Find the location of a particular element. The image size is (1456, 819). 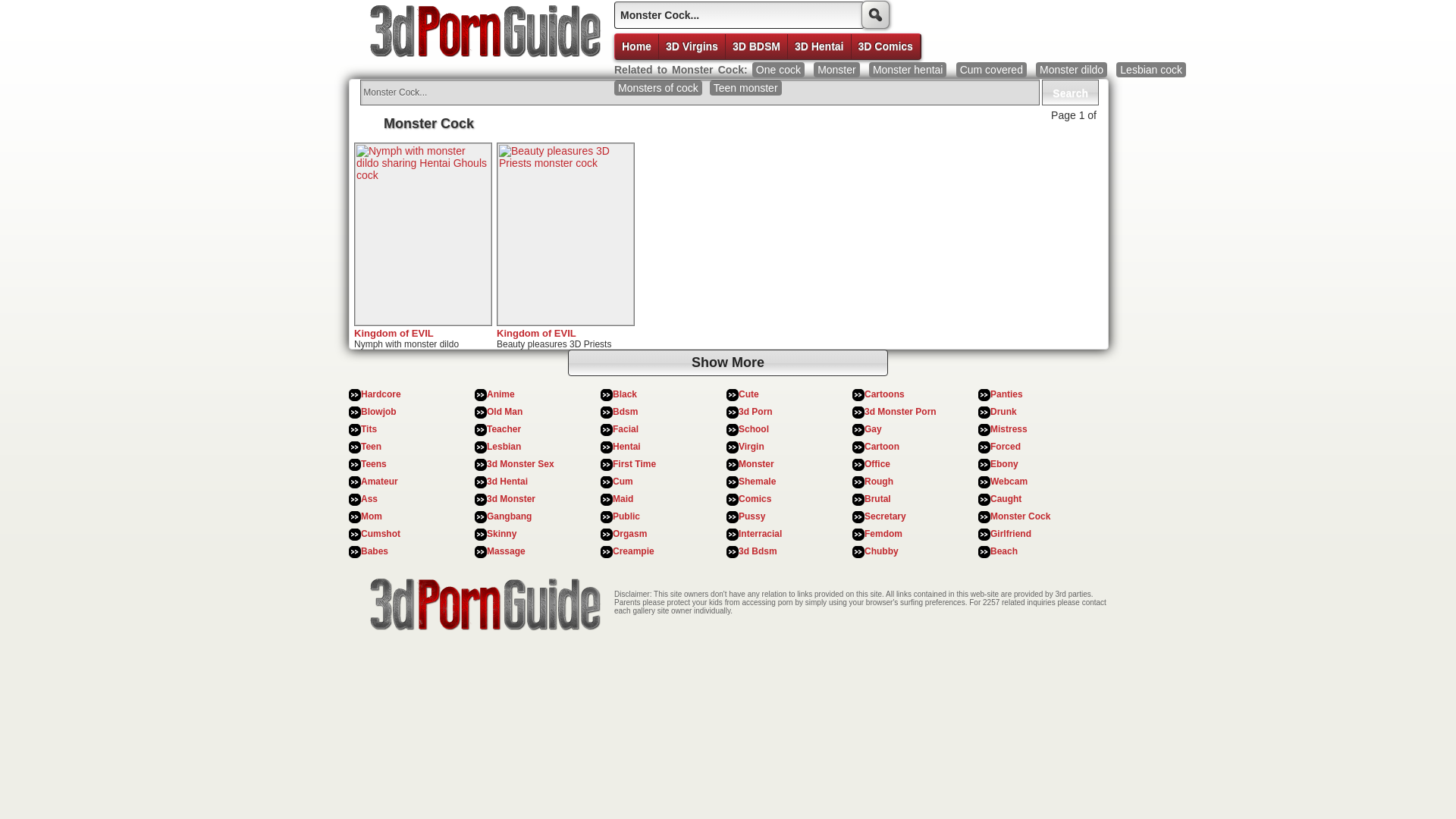

'Forced' is located at coordinates (1005, 446).